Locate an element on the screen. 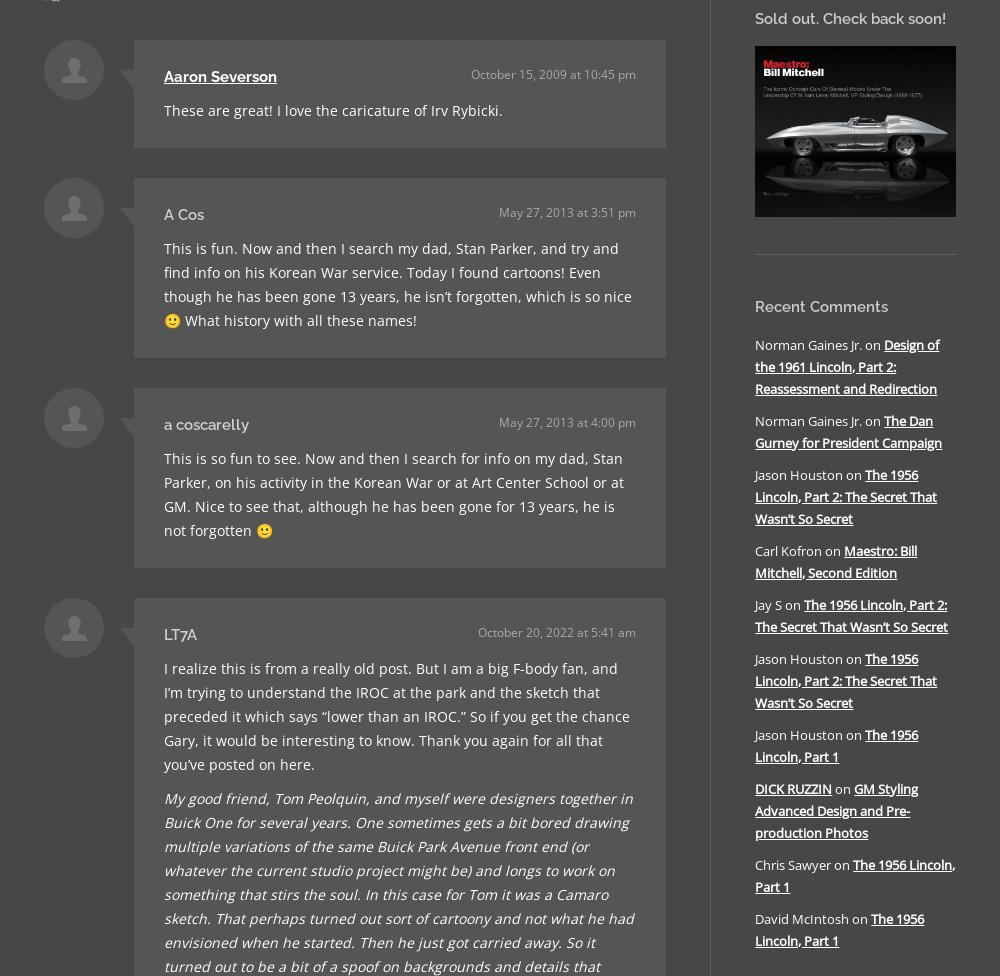  'LT7A' is located at coordinates (180, 633).